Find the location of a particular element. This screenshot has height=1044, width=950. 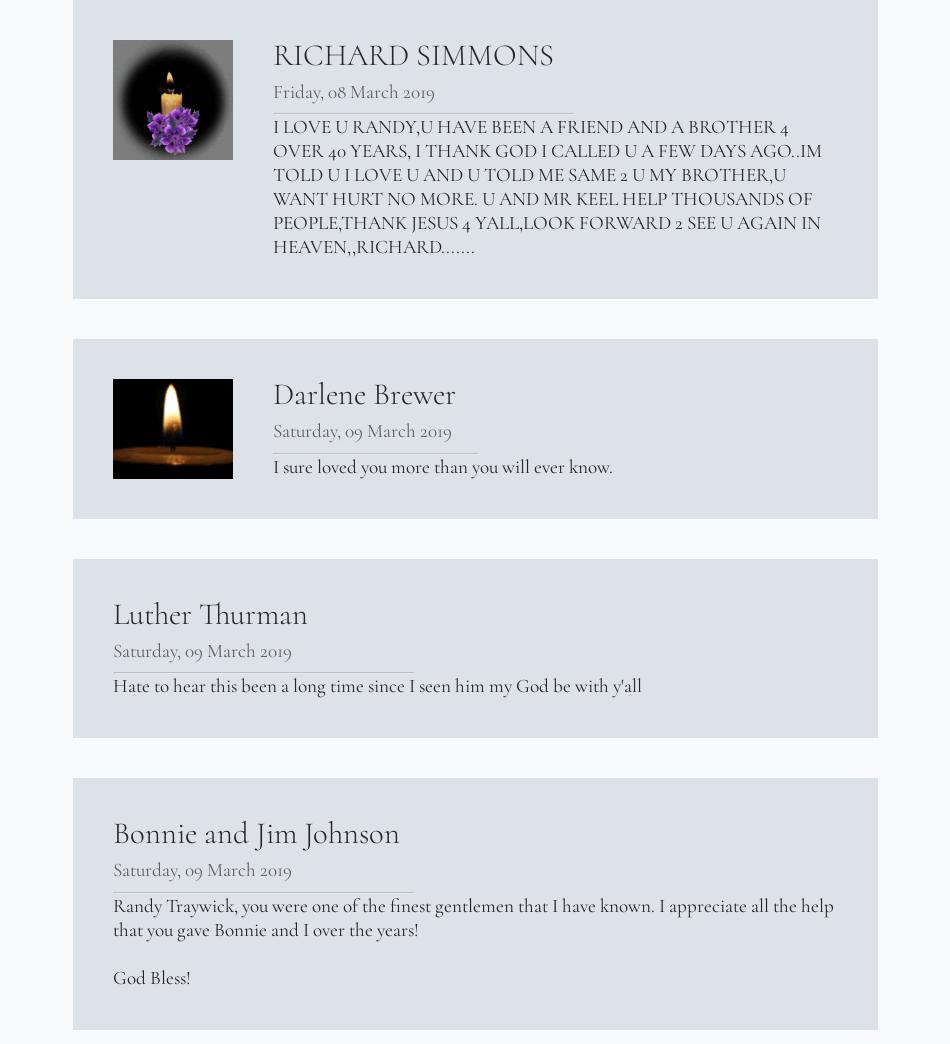

'I LOVE U RANDY,U HAVE BEEN A FRIEND AND A BROTHER 4 OVER 40 YEARS, I THANK GOD I CALLED U A FEW DAYS AGO..IM TOLD U I LOVE U AND U TOLD ME SAME 2 U MY BROTHER,U WANT HURT NO MORE. U AND MR KEEL HELP THOUSANDS OF PEOPLE,THANK JESUS 4 YALL,LOOK FORWARD 2 SEE U AGAIN IN HEAVEN,,RICHARD.......' is located at coordinates (546, 185).